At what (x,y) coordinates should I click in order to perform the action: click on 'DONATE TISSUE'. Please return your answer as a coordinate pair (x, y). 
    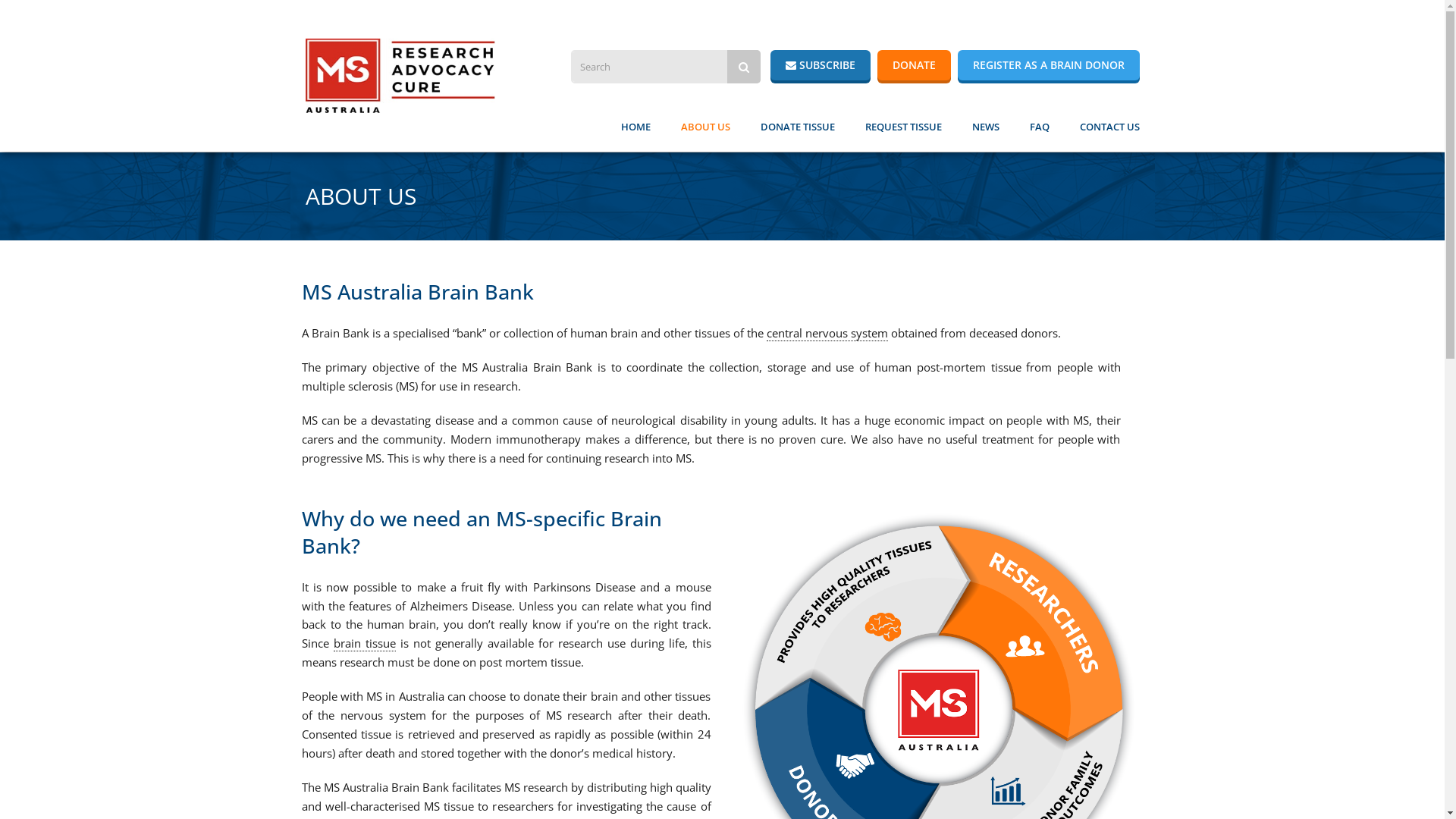
    Looking at the image, I should click on (796, 124).